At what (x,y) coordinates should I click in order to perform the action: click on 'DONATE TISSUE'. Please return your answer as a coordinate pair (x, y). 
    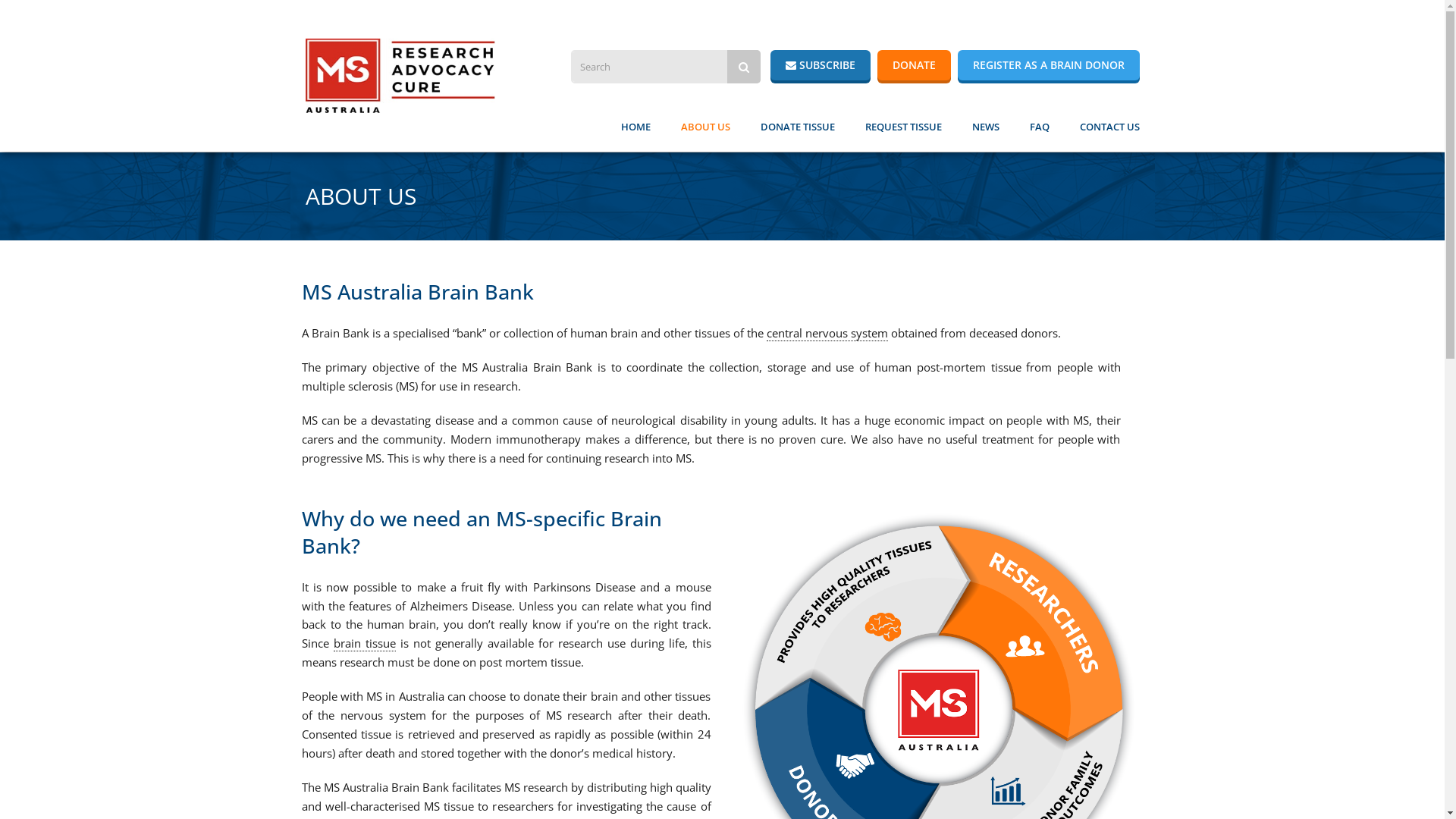
    Looking at the image, I should click on (796, 124).